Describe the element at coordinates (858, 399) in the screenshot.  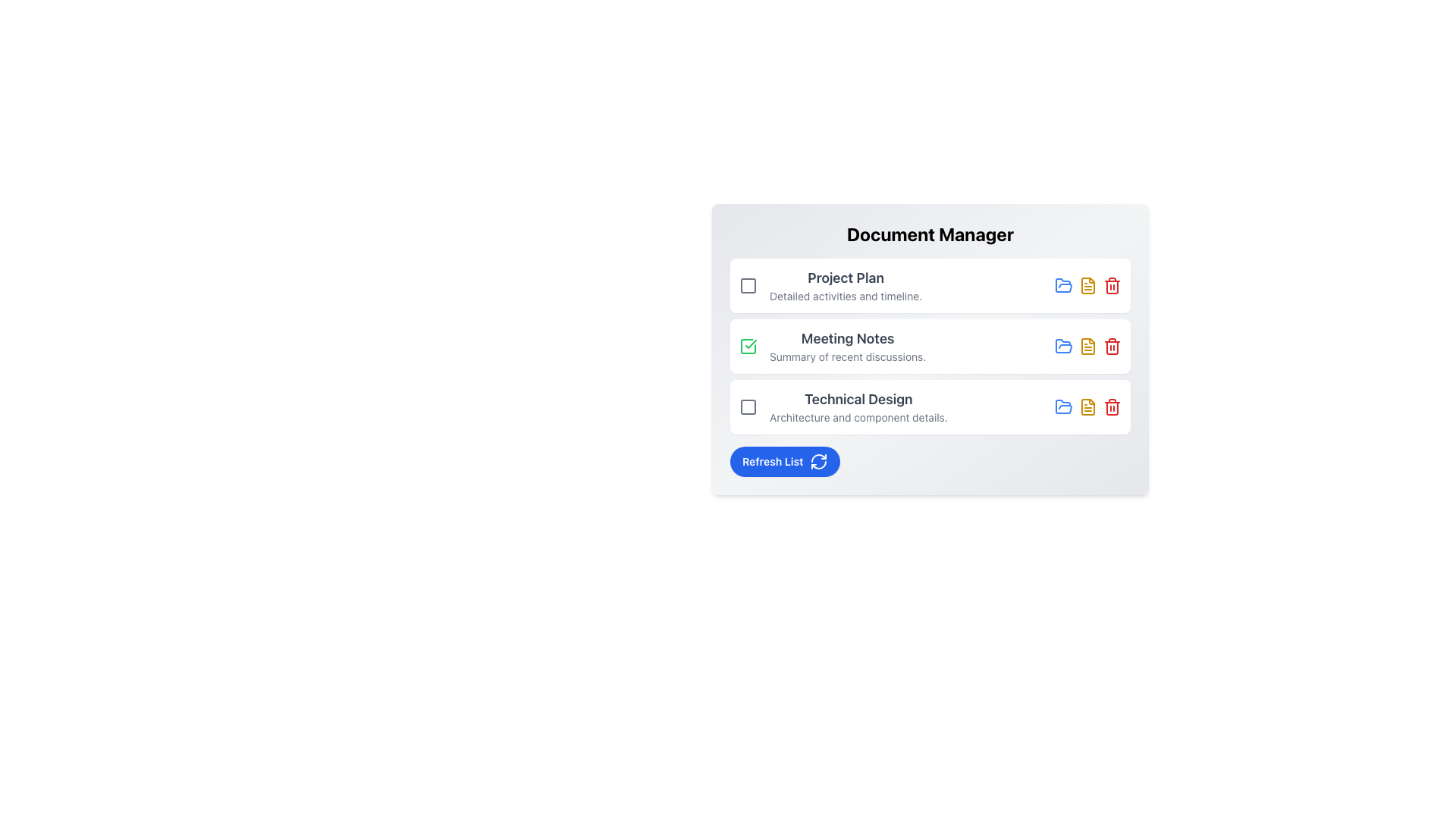
I see `the Text Label that identifies the 'Technical Design' item in the Document Manager section, positioned between 'Meeting Notes' and 'Refresh List'` at that location.